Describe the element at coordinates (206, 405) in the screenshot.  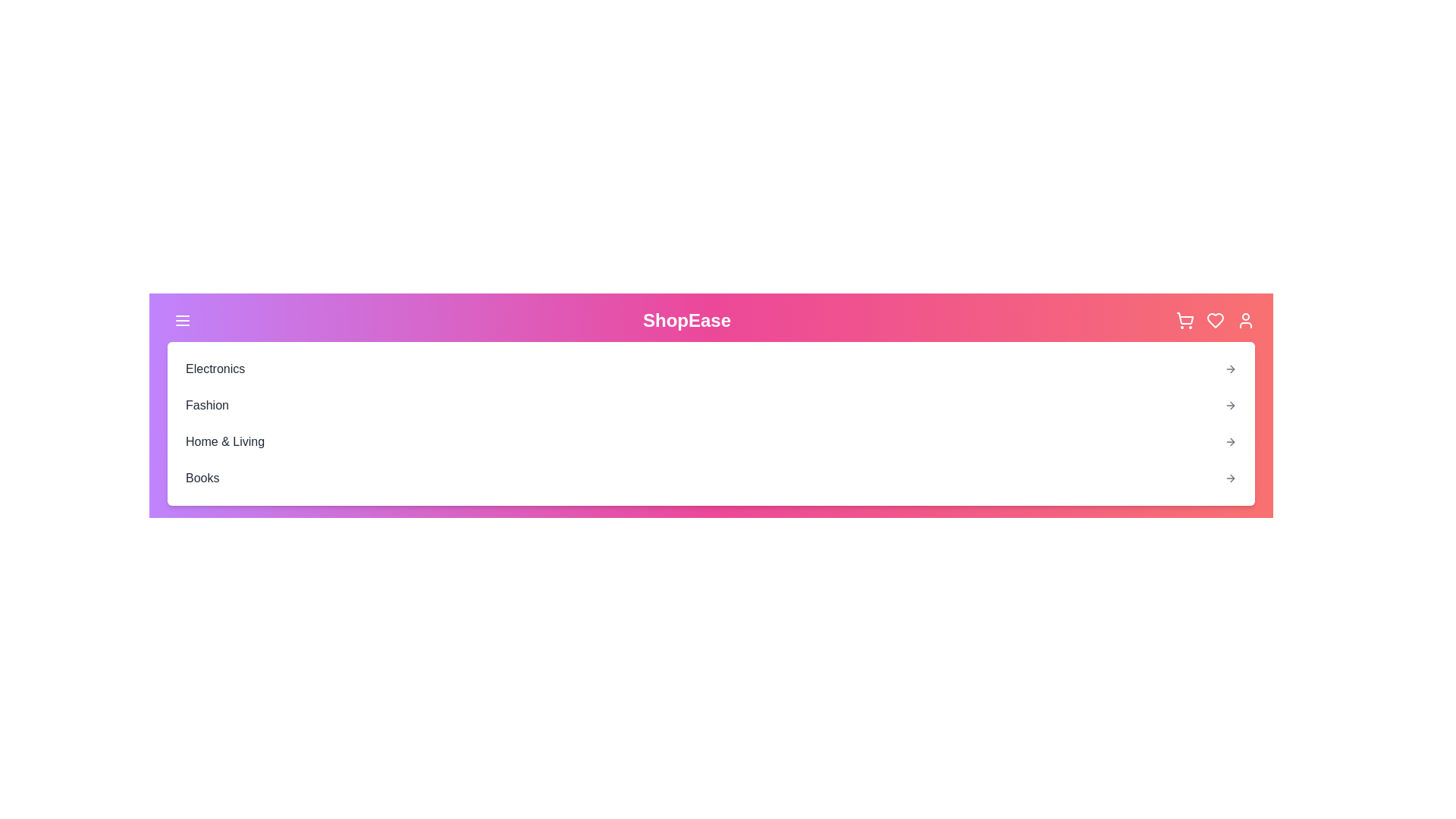
I see `the category Fashion from the dropdown menu` at that location.